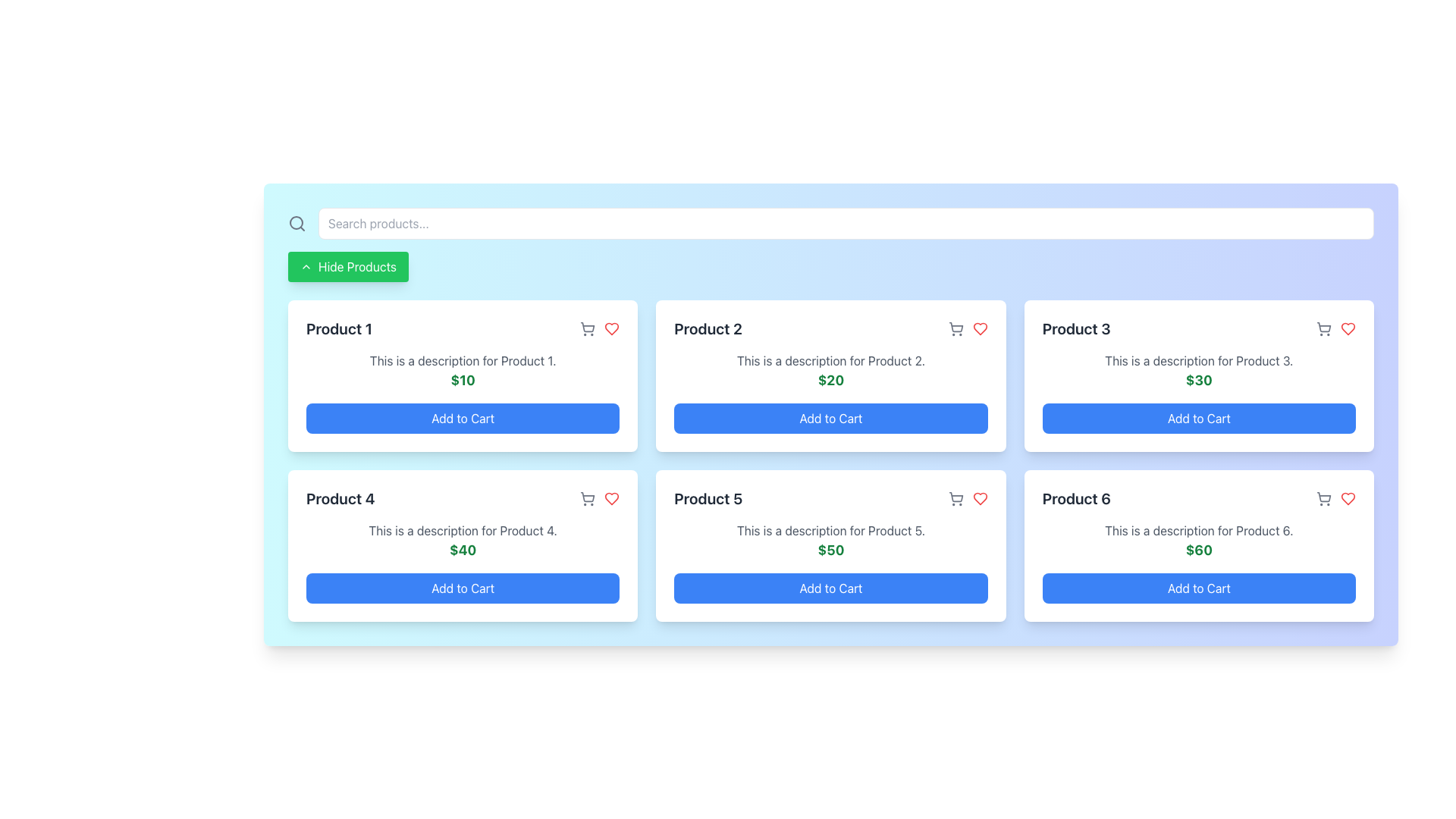 The width and height of the screenshot is (1456, 819). What do you see at coordinates (967, 328) in the screenshot?
I see `the heart icon in the group of icons located in the upper-right corner of the 'Product 2' card` at bounding box center [967, 328].